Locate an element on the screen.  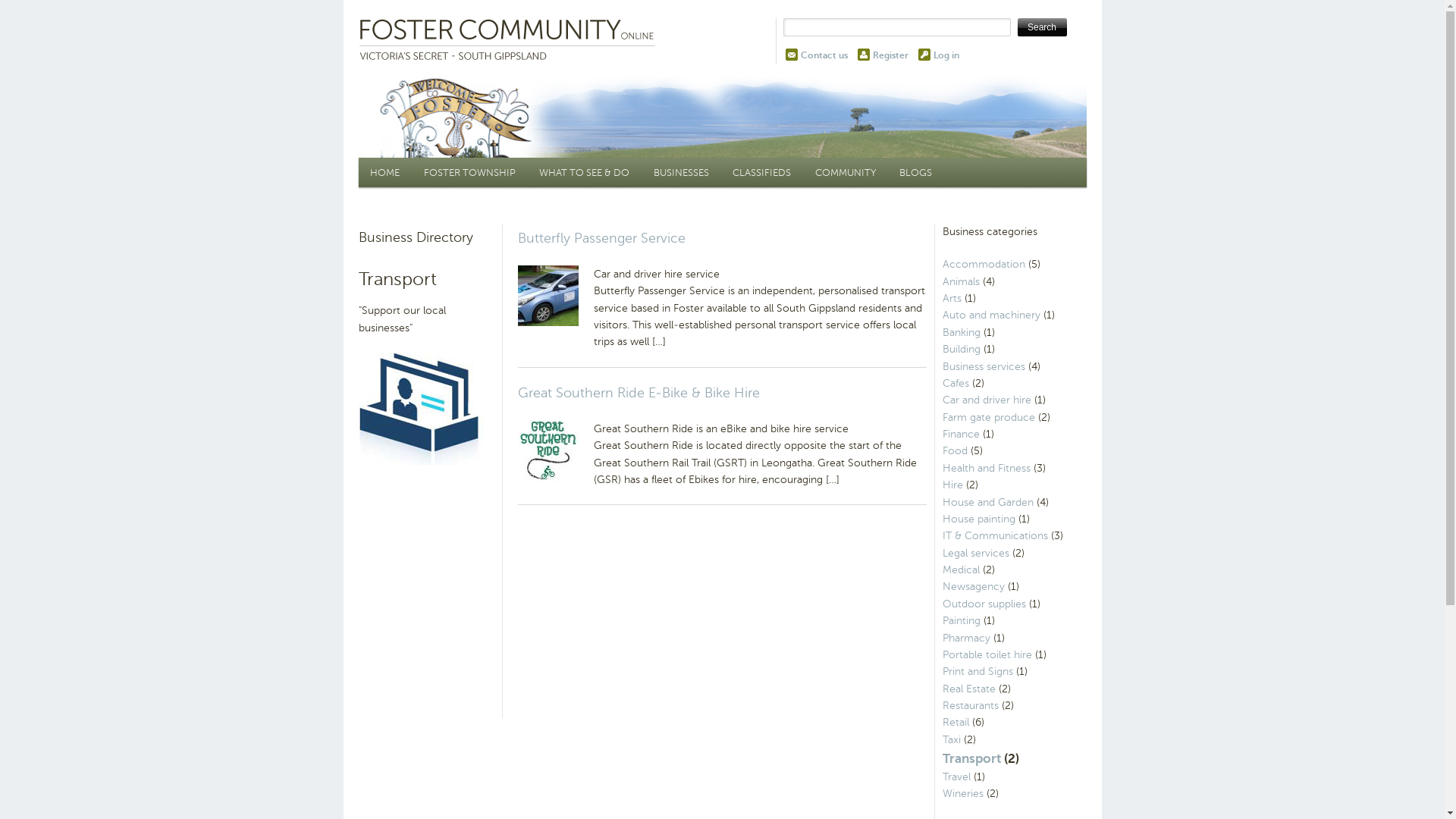
'Contact us' is located at coordinates (823, 55).